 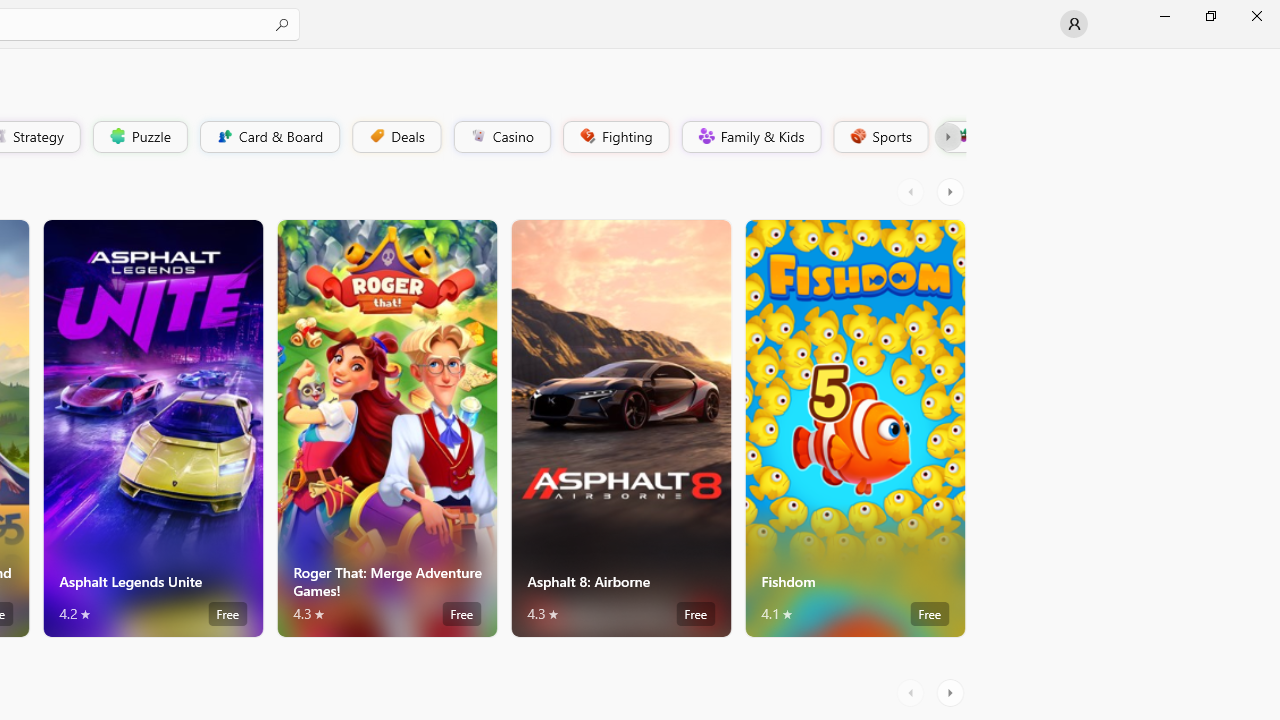 I want to click on 'Restore Microsoft Store', so click(x=1209, y=15).